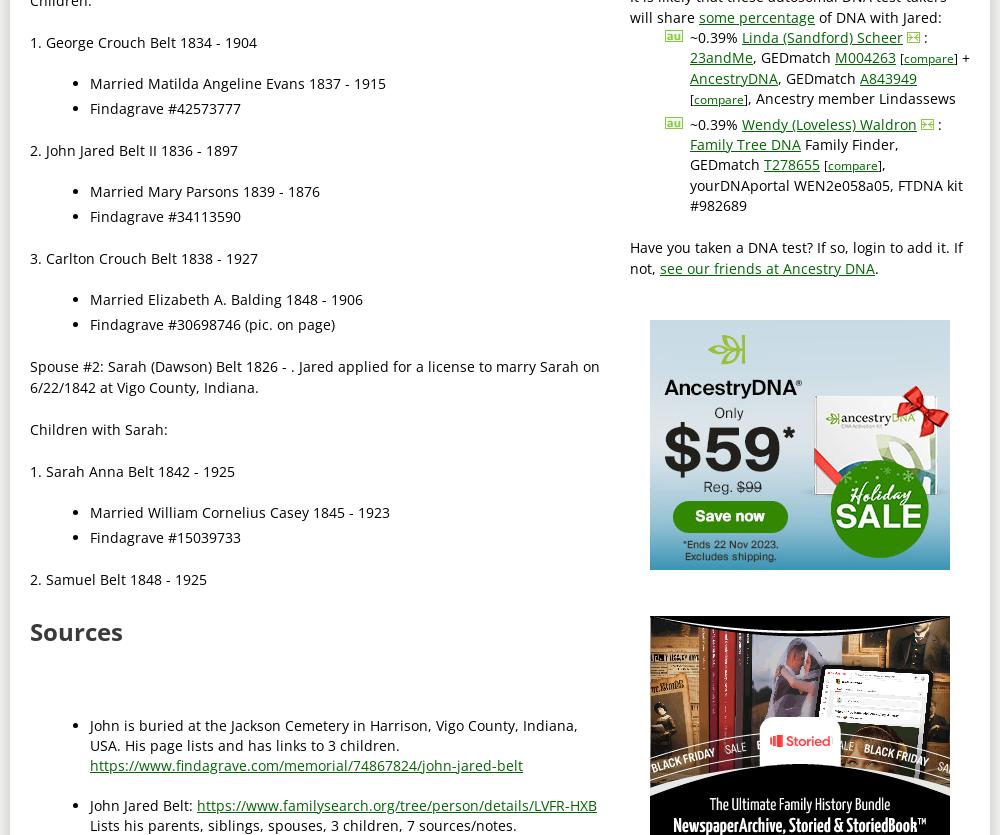  I want to click on '.', so click(875, 267).